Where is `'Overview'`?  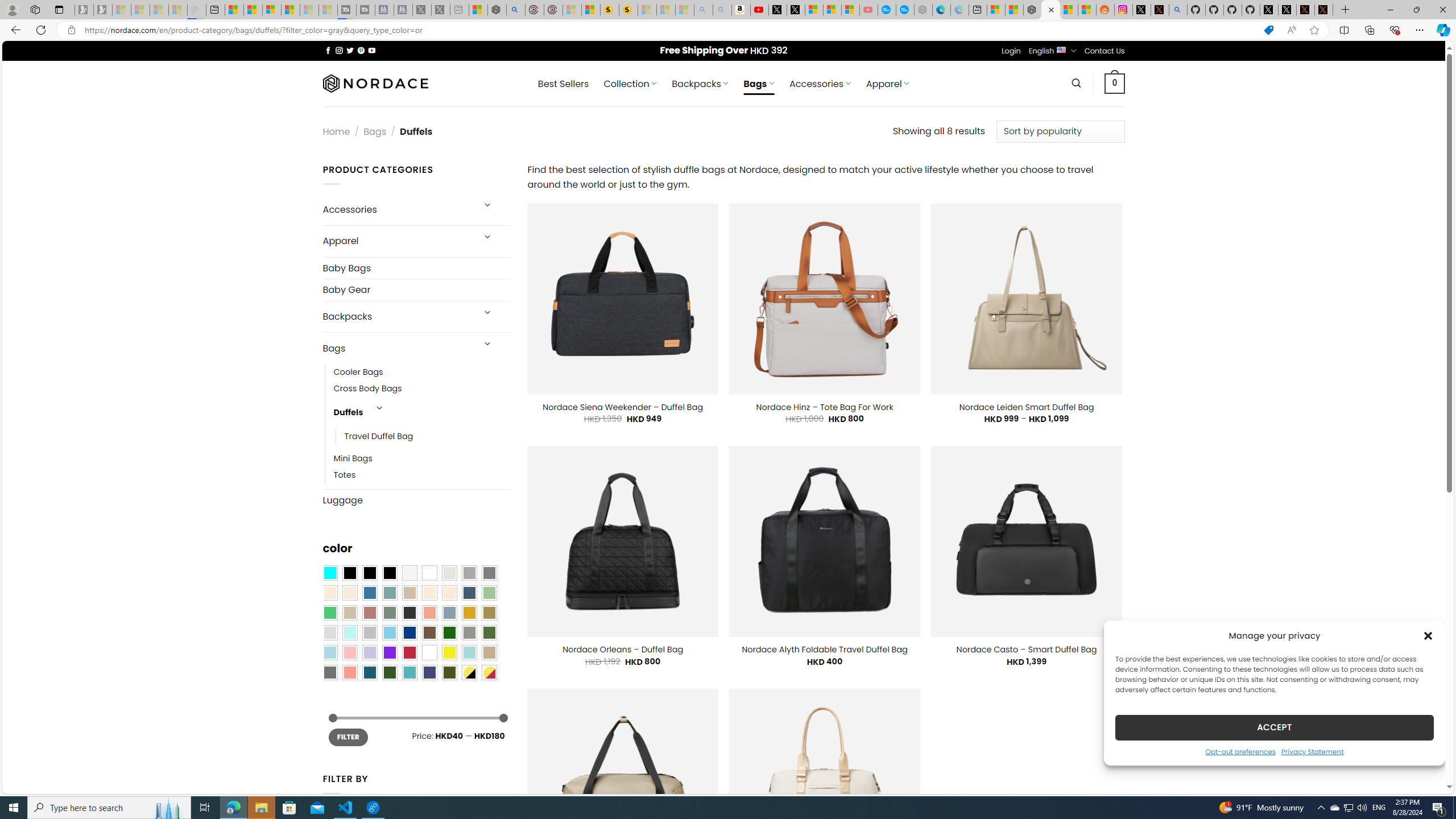
'Overview' is located at coordinates (271, 9).